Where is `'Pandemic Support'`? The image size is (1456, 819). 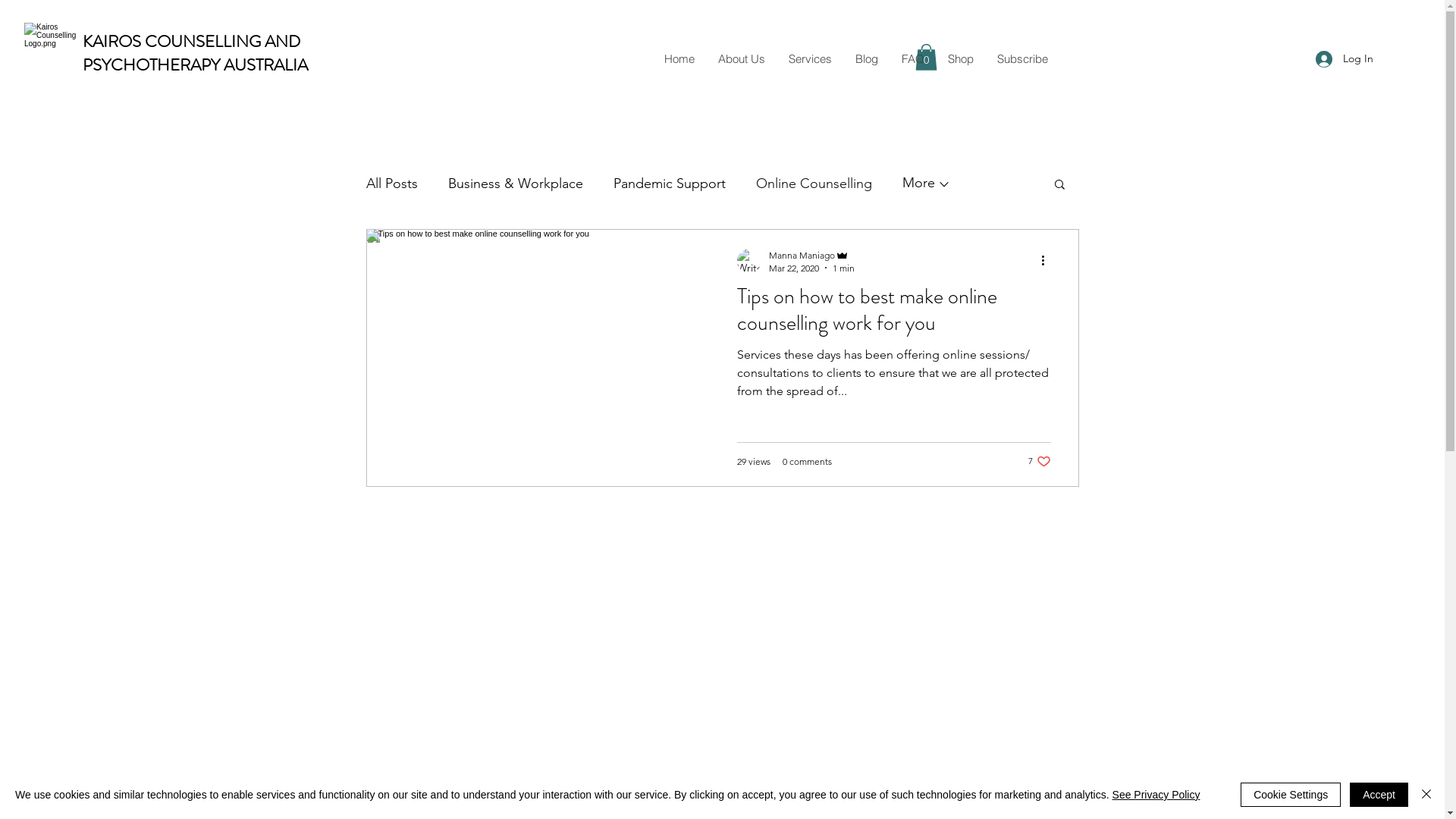
'Pandemic Support' is located at coordinates (668, 183).